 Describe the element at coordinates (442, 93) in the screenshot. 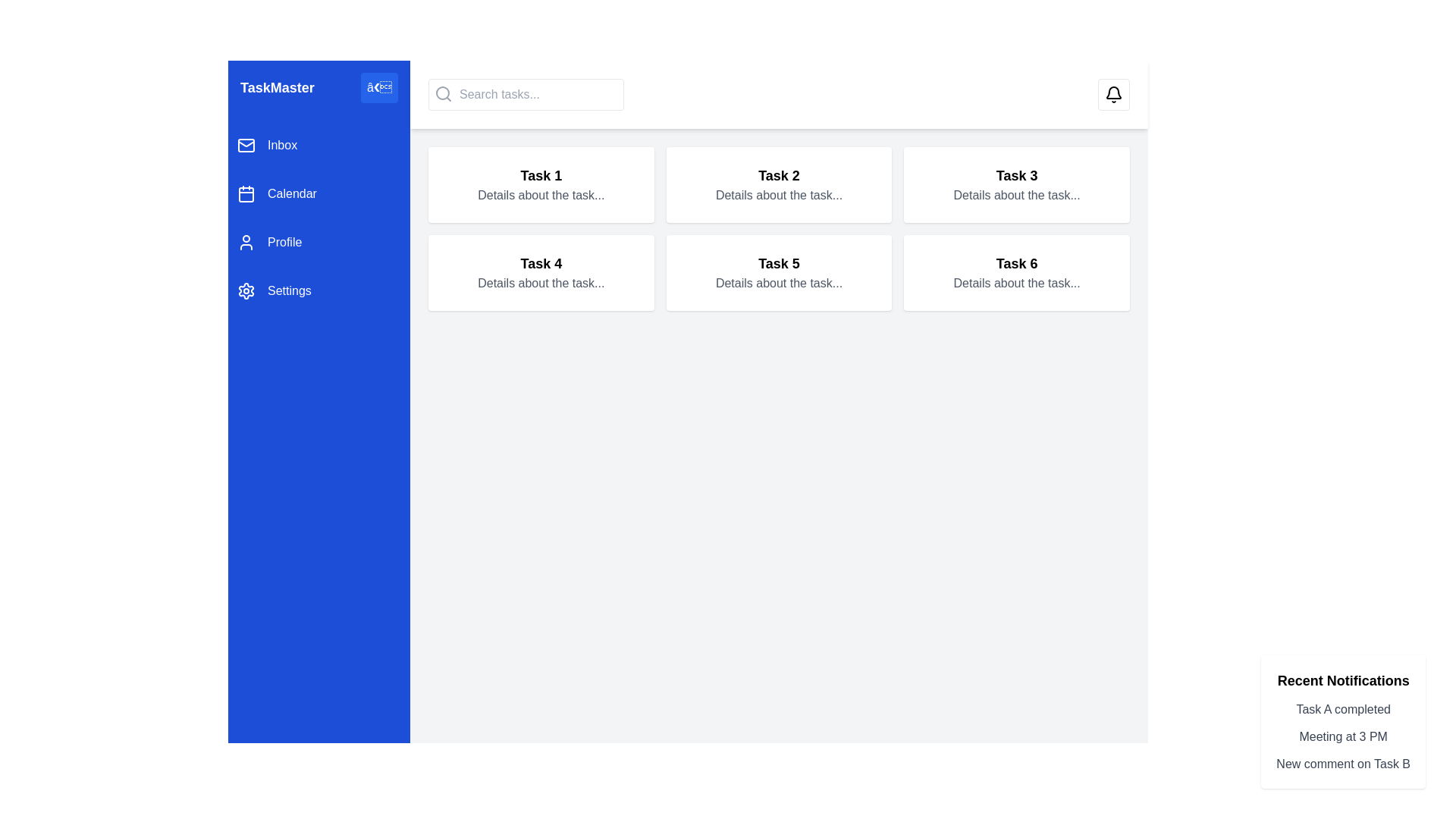

I see `the SVG circle component of the search icon located at the top center of the interface, to the left of the search input field` at that location.